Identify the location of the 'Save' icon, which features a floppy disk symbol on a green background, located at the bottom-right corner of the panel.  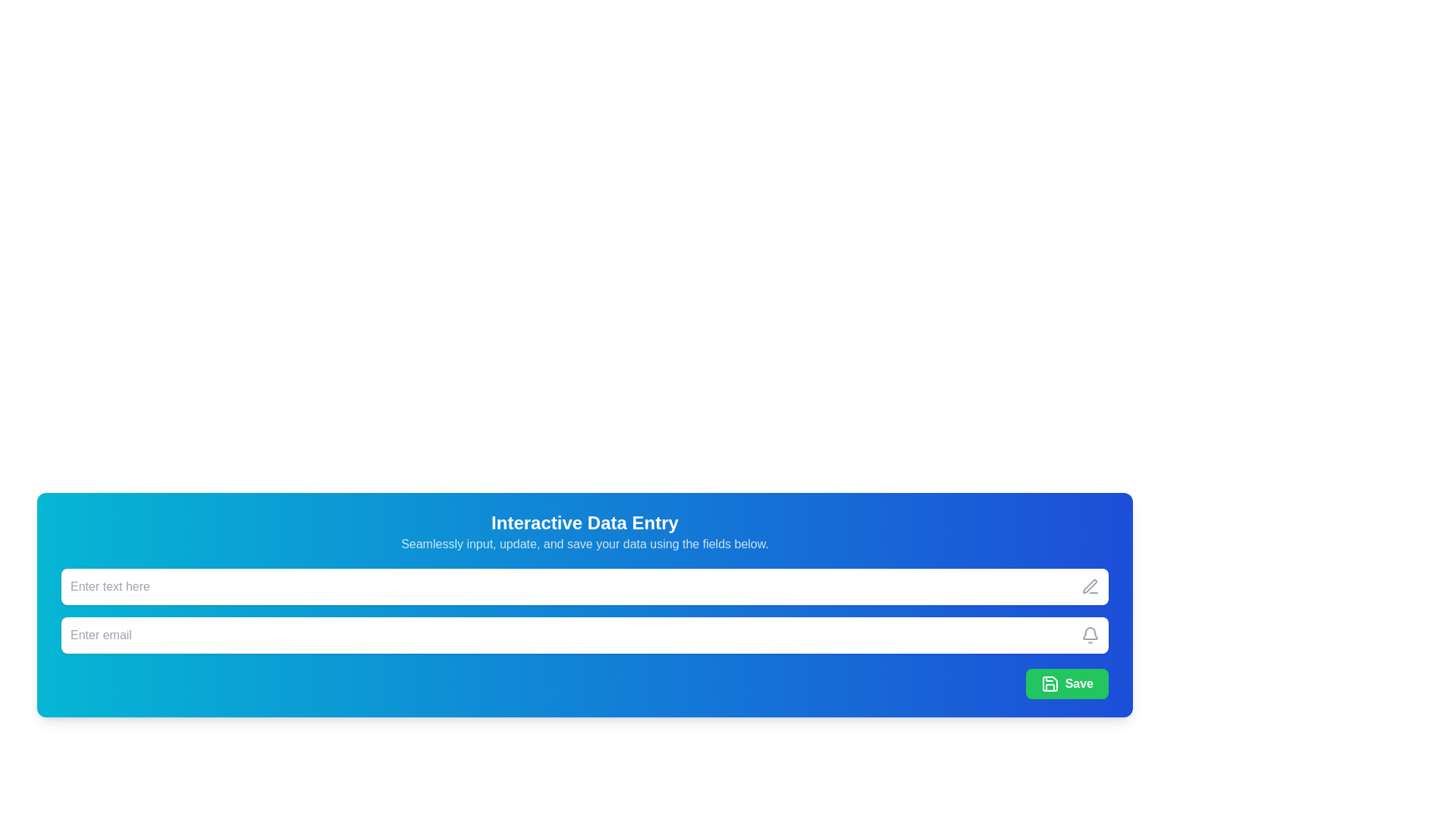
(1049, 684).